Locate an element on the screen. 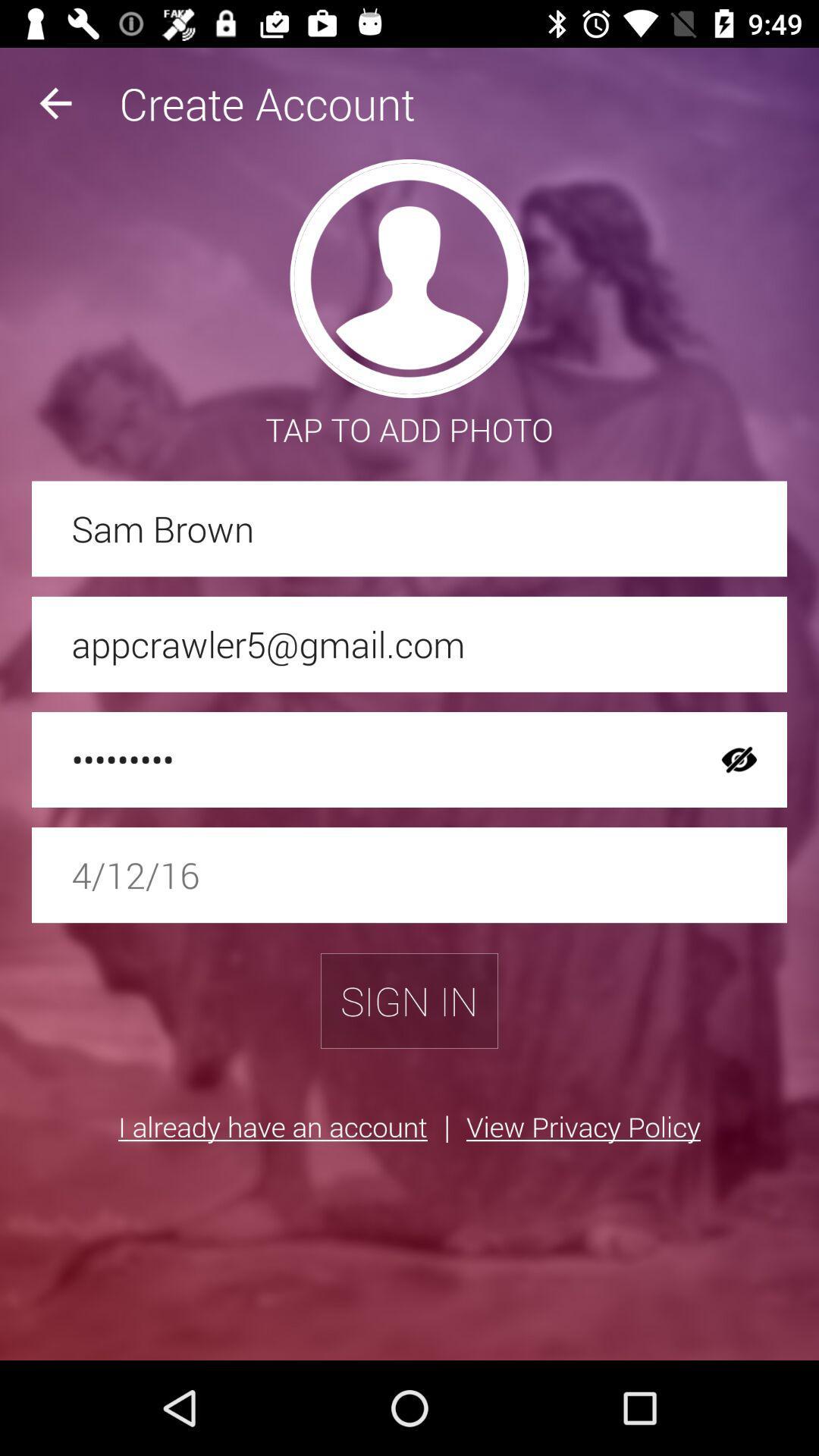 Image resolution: width=819 pixels, height=1456 pixels. the icon above the 4/12/16 is located at coordinates (362, 760).